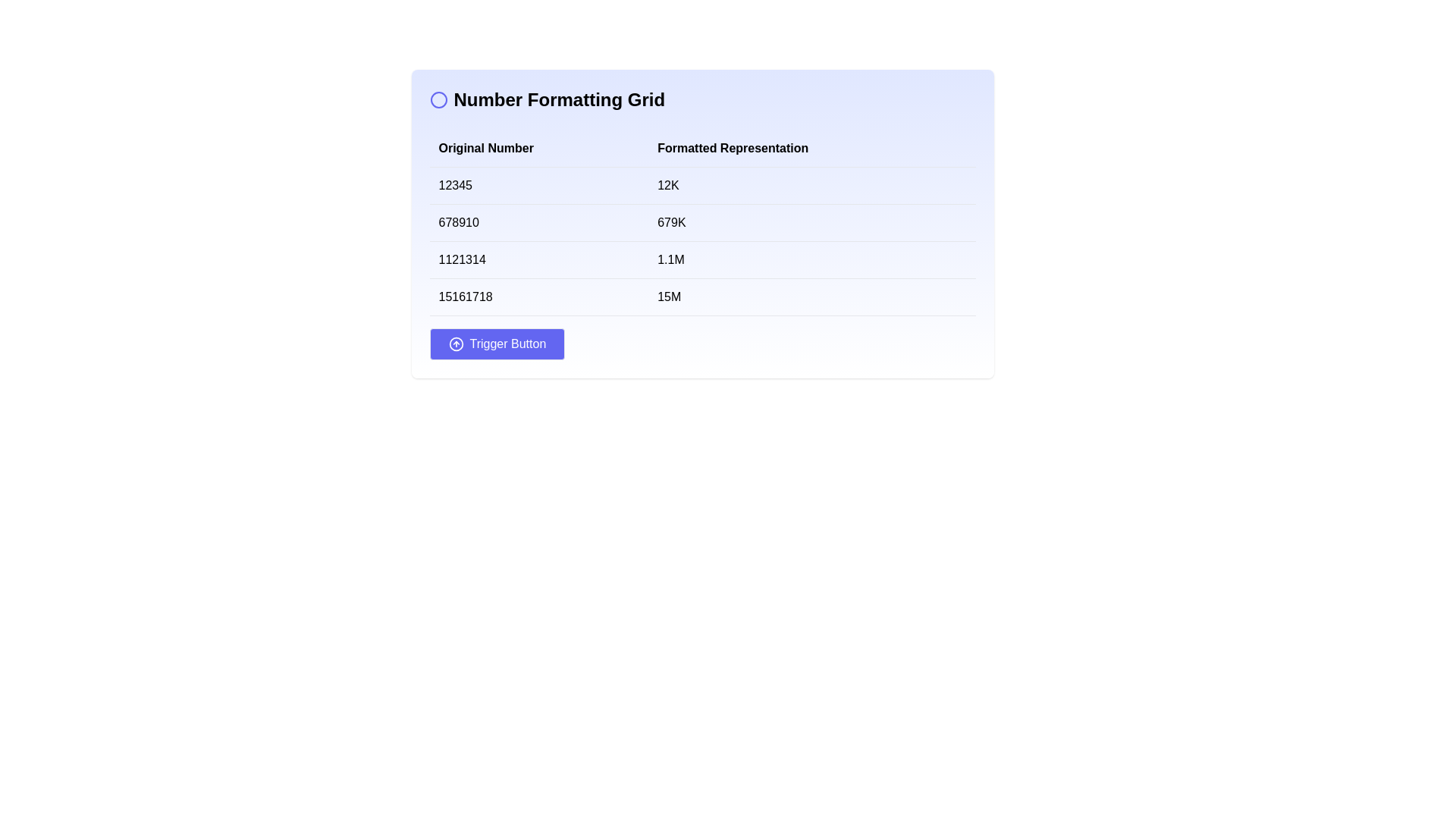  I want to click on the circular SVG graphic element with an indigo border located in the upper-left area of the 'Number Formatting Grid' card, positioned to the left of the title text, so click(438, 99).